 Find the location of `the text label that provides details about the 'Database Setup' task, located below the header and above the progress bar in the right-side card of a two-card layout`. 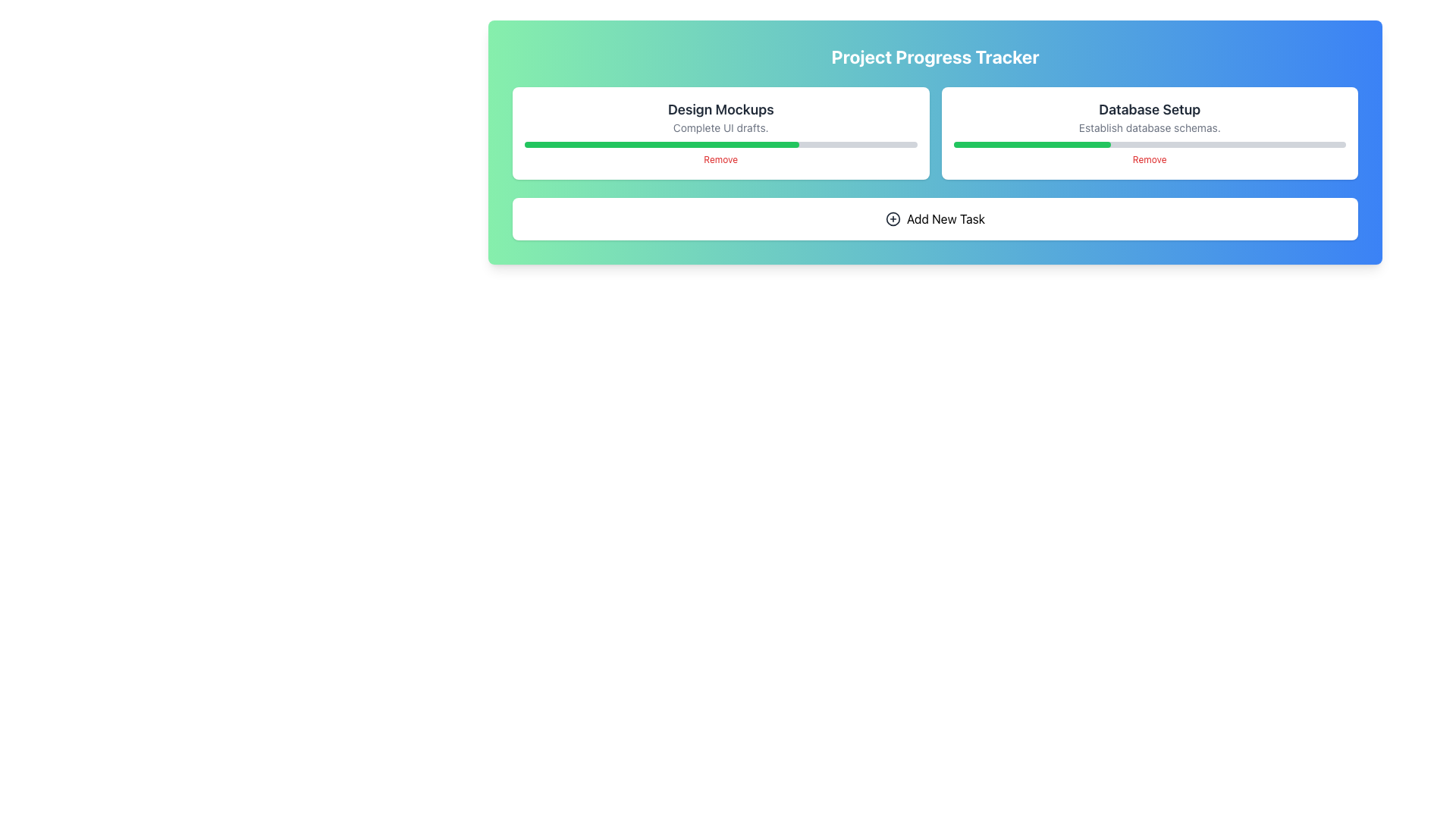

the text label that provides details about the 'Database Setup' task, located below the header and above the progress bar in the right-side card of a two-card layout is located at coordinates (1150, 127).